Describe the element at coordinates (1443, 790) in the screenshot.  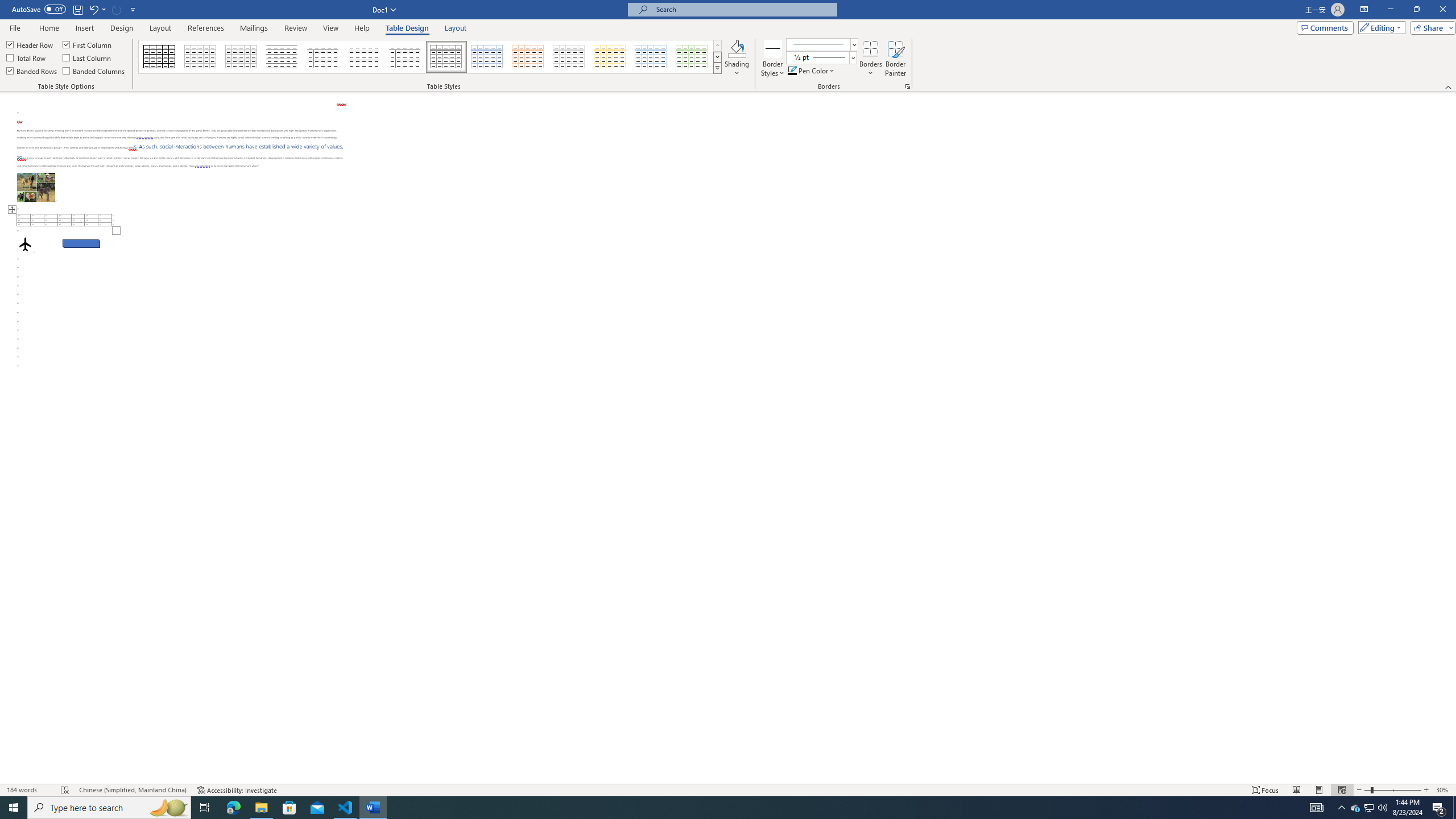
I see `'Zoom 30%'` at that location.